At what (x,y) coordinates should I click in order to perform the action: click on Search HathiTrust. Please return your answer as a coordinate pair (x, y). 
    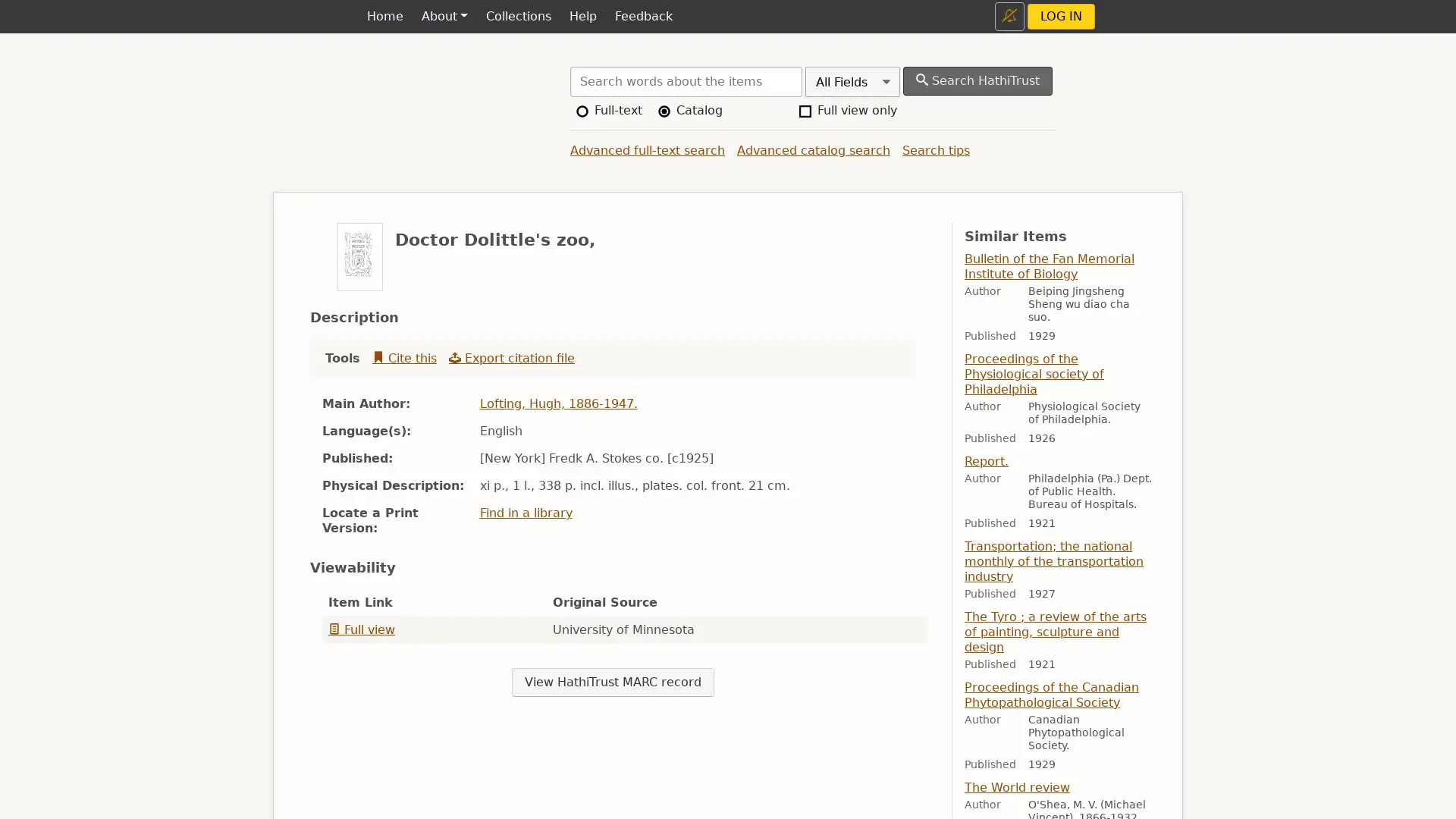
    Looking at the image, I should click on (977, 81).